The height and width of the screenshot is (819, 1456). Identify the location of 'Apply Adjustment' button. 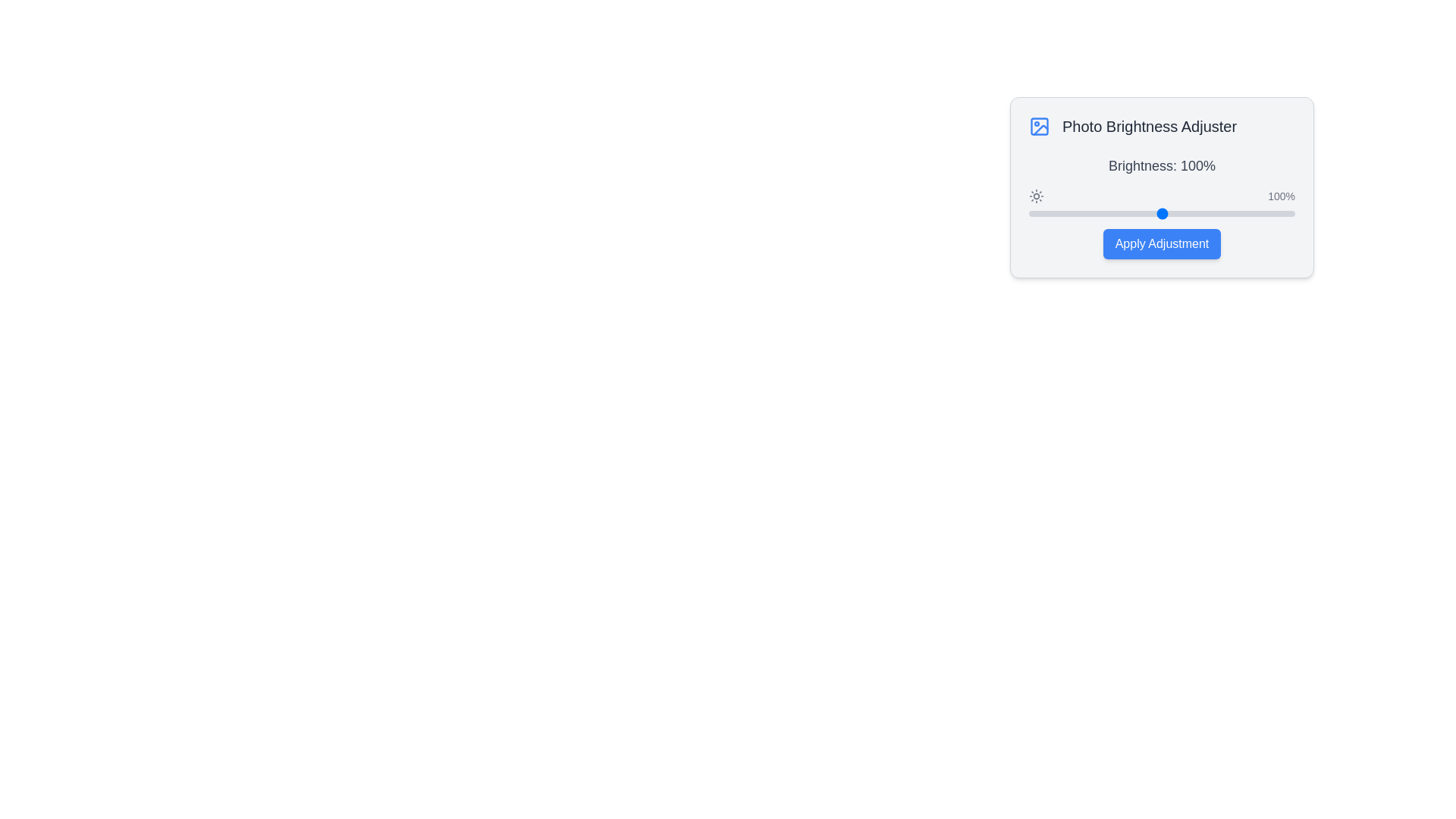
(1161, 243).